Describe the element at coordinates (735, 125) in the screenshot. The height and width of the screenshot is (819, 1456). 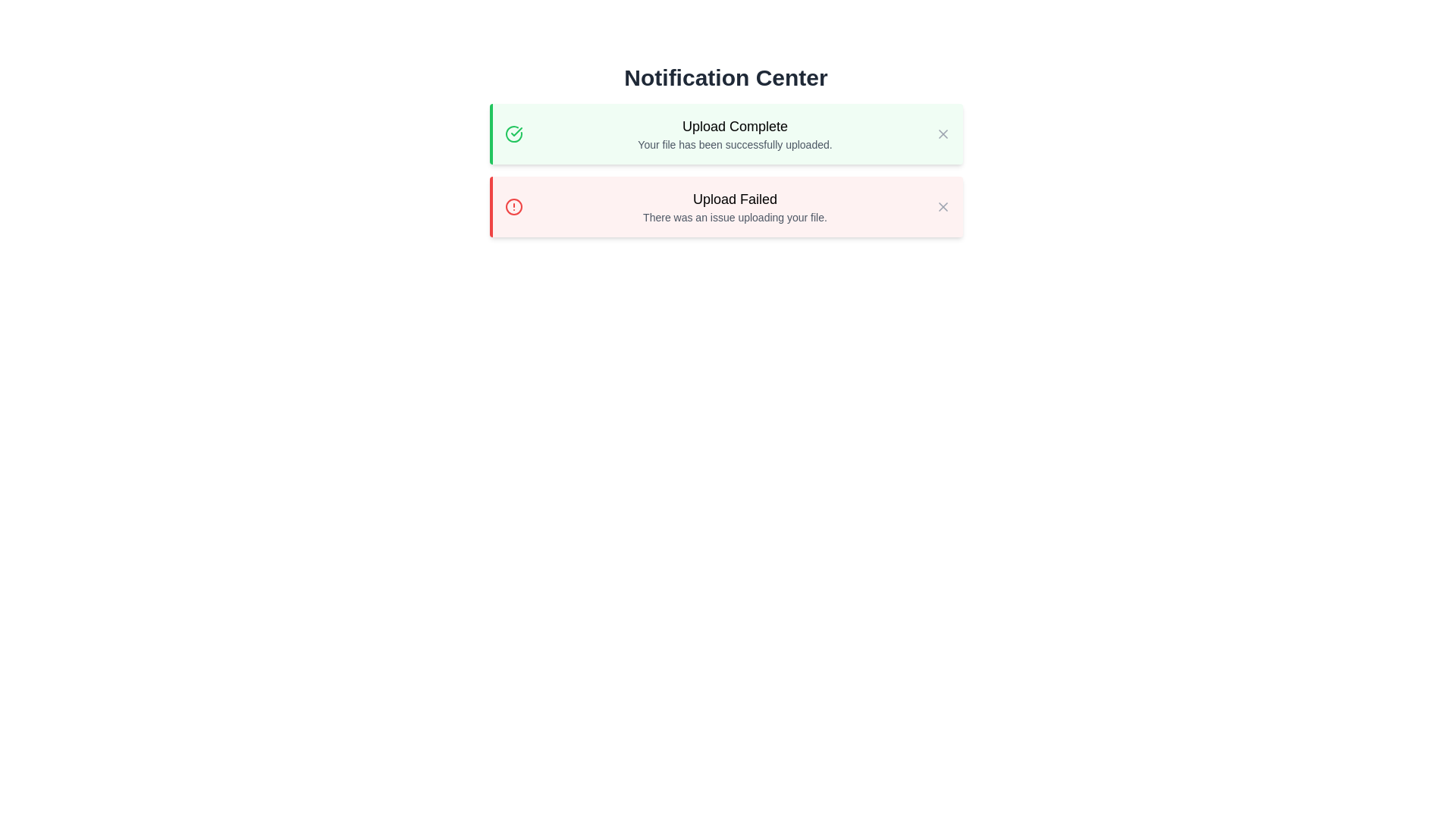
I see `static text label that serves as the heading for the notification message indicating the success of the upload action, located in the upper notification box above the text 'Your file has been successfully uploaded.'` at that location.